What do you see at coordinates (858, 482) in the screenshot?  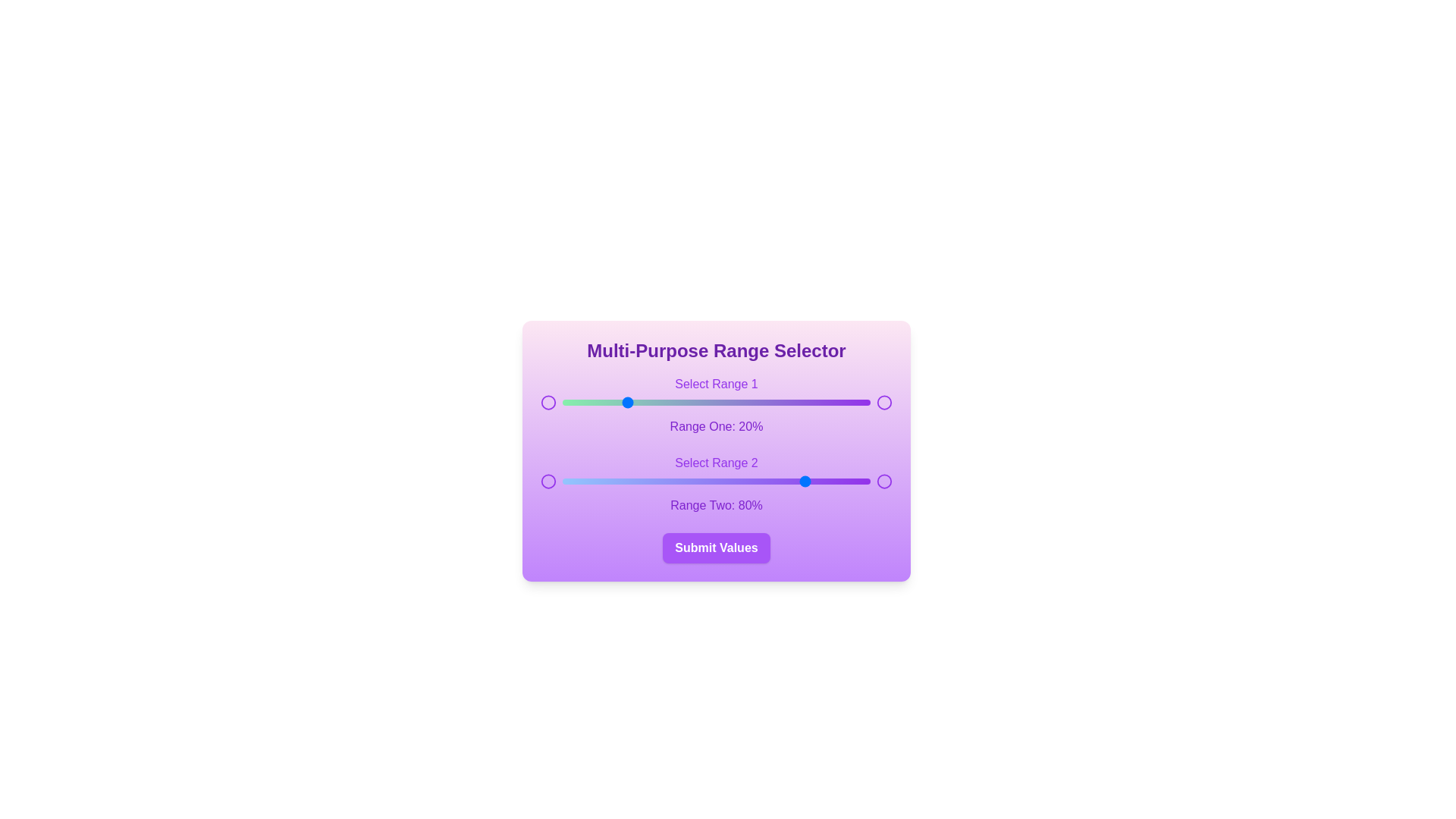 I see `the second range slider to 96%` at bounding box center [858, 482].